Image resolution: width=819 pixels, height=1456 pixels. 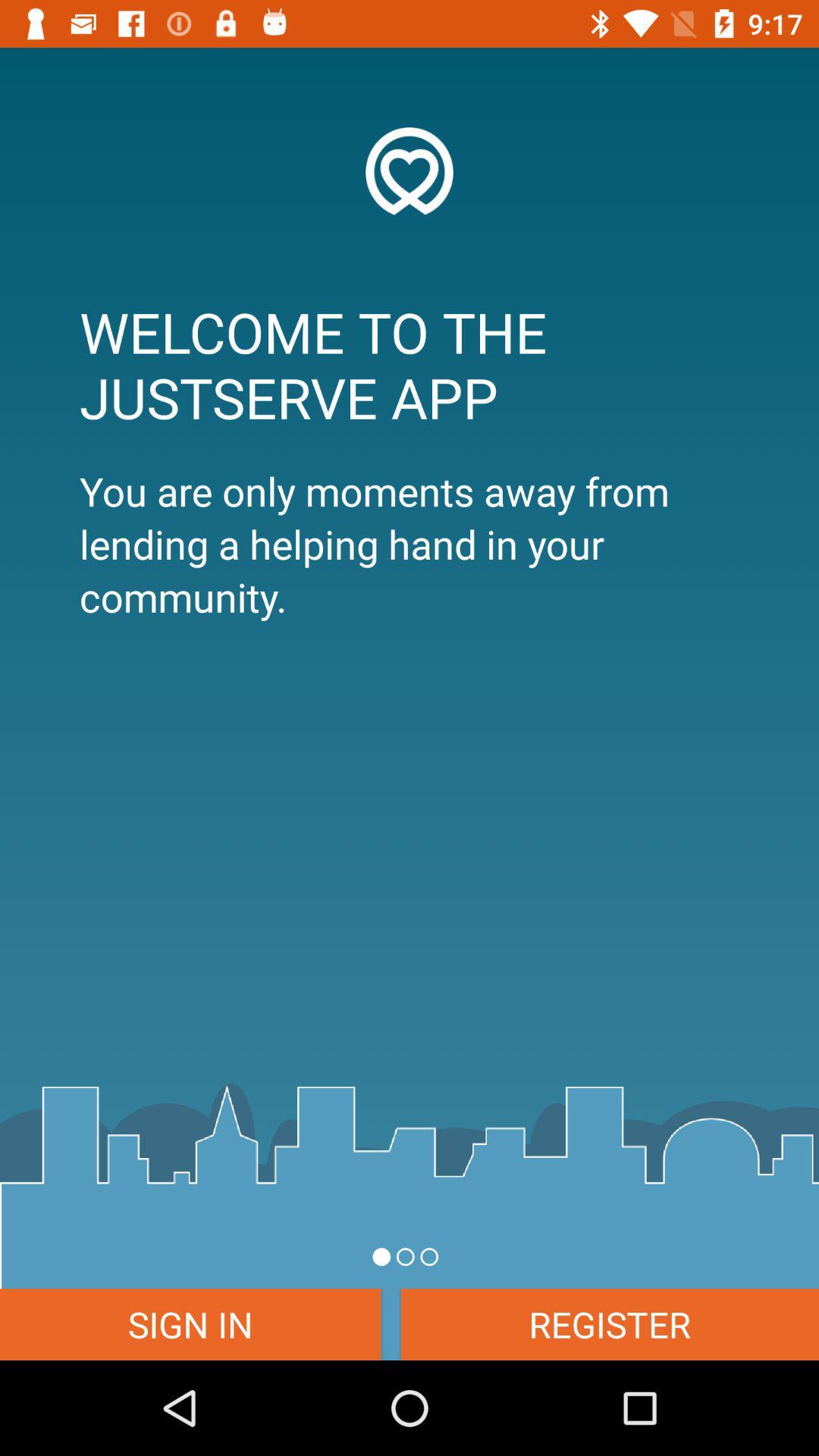 What do you see at coordinates (190, 1323) in the screenshot?
I see `icon next to register item` at bounding box center [190, 1323].